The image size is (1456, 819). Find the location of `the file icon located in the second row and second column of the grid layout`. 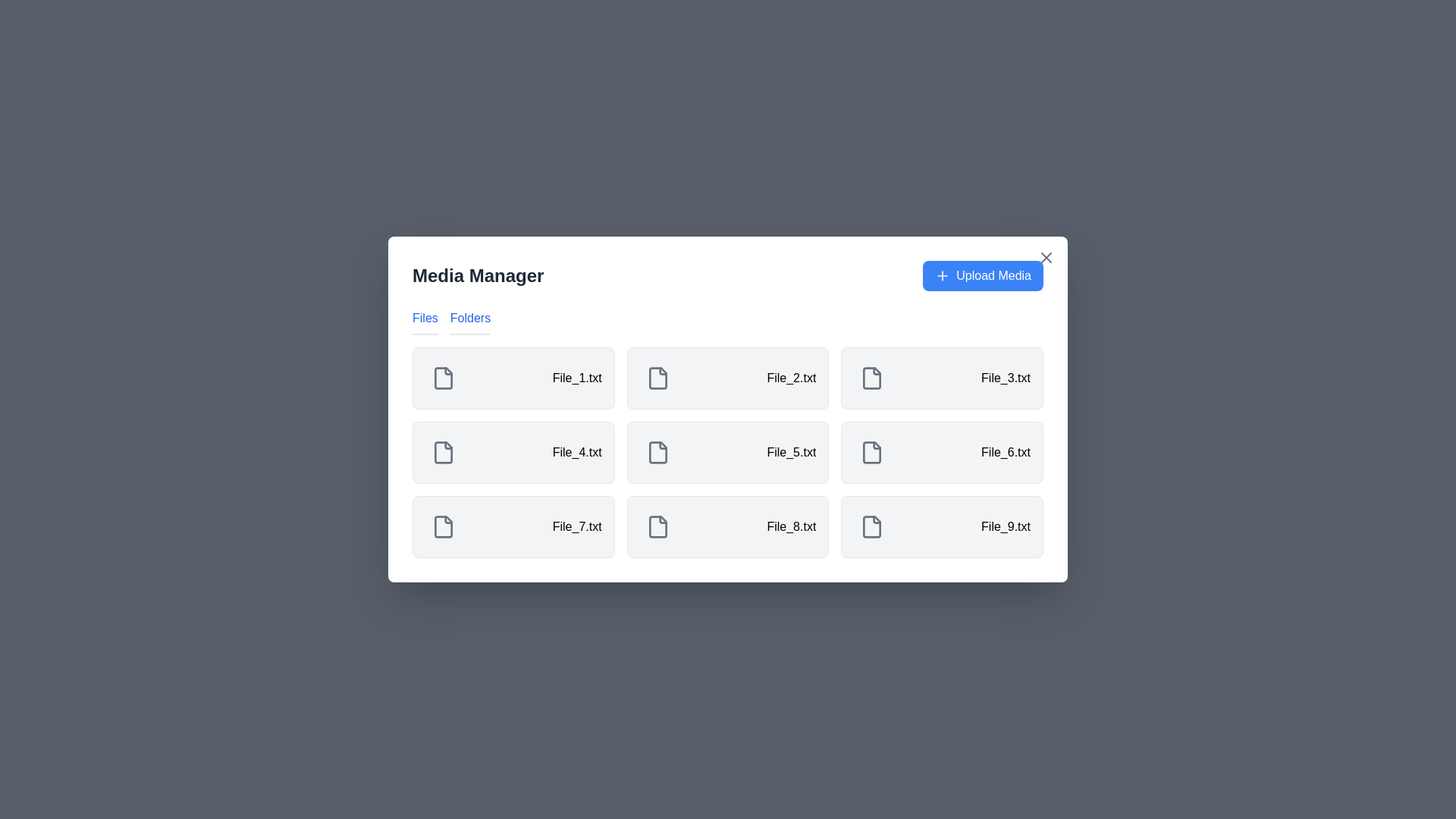

the file icon located in the second row and second column of the grid layout is located at coordinates (657, 452).